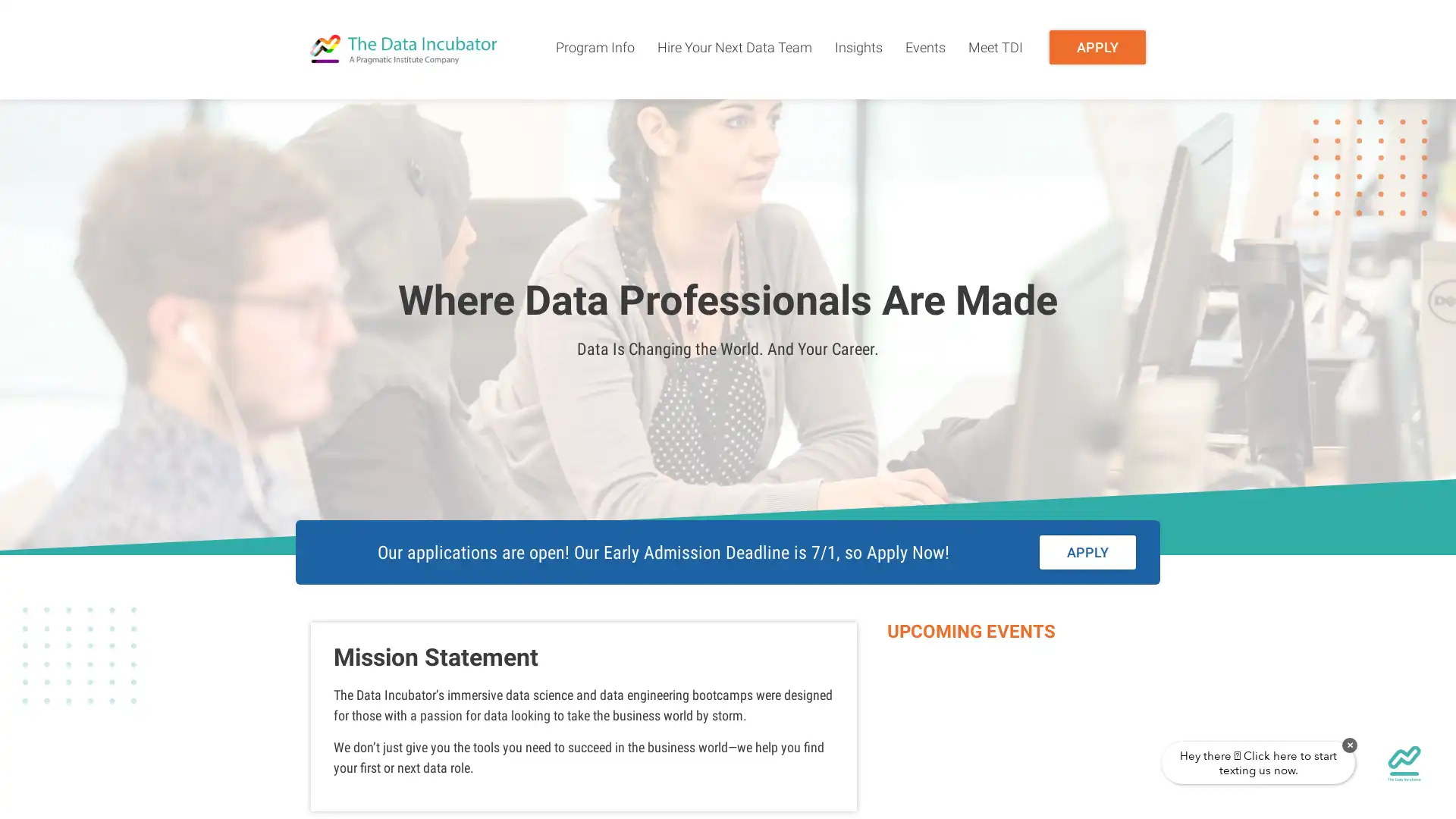  What do you see at coordinates (1087, 552) in the screenshot?
I see `APPLY` at bounding box center [1087, 552].